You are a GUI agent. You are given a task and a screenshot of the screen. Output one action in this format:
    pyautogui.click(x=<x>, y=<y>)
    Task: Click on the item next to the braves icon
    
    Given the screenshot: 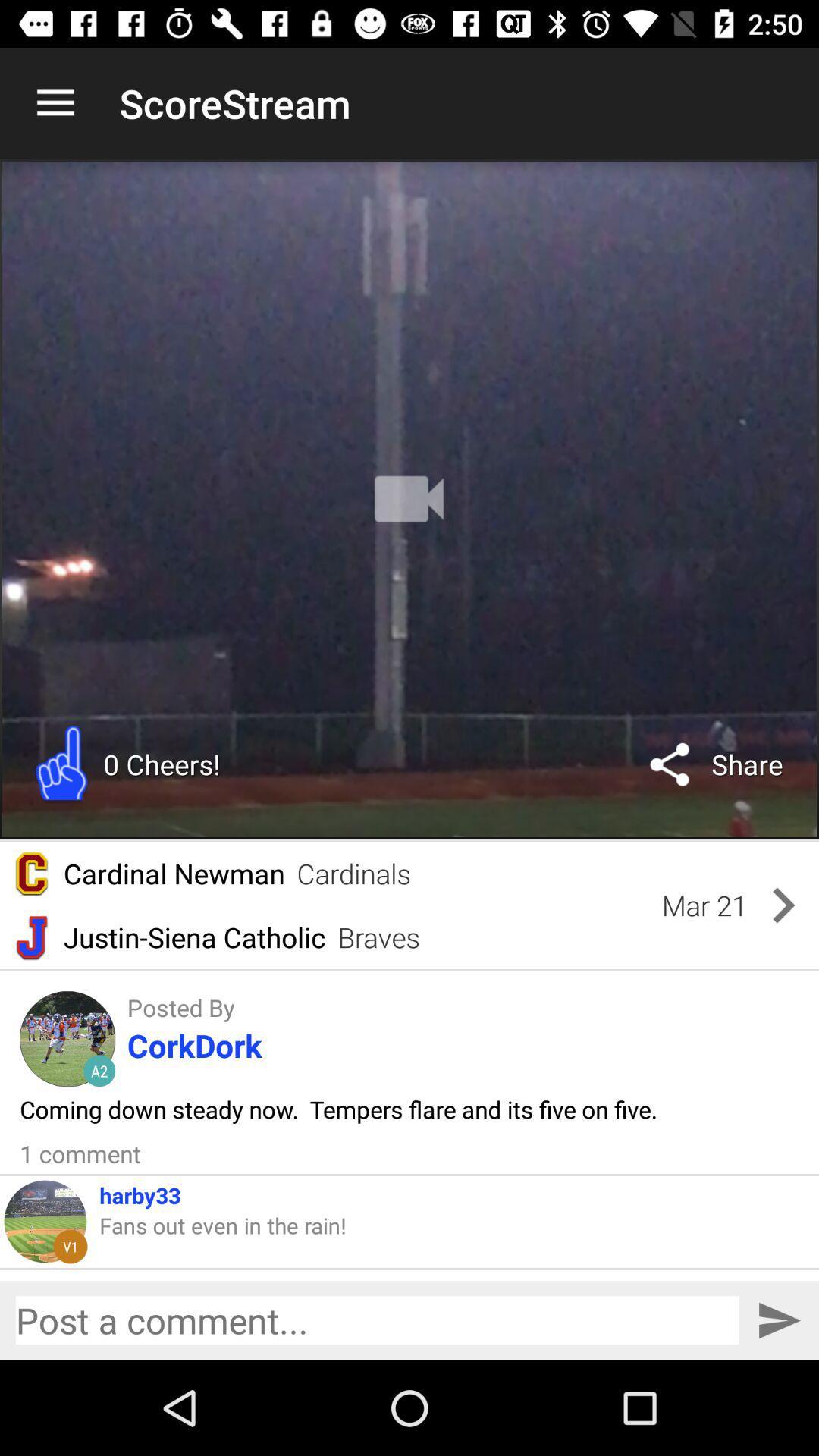 What is the action you would take?
    pyautogui.click(x=704, y=905)
    